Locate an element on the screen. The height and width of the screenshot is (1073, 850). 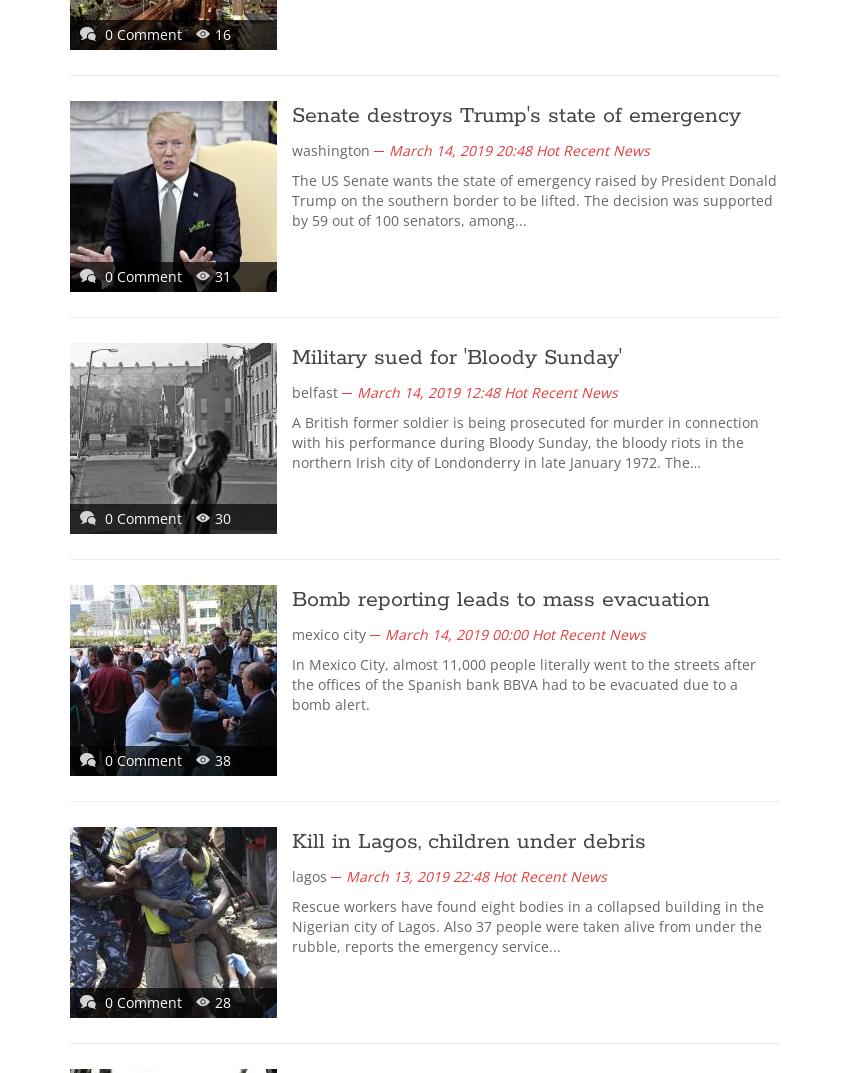
'Bomb reporting leads to mass evacuation' is located at coordinates (500, 599).